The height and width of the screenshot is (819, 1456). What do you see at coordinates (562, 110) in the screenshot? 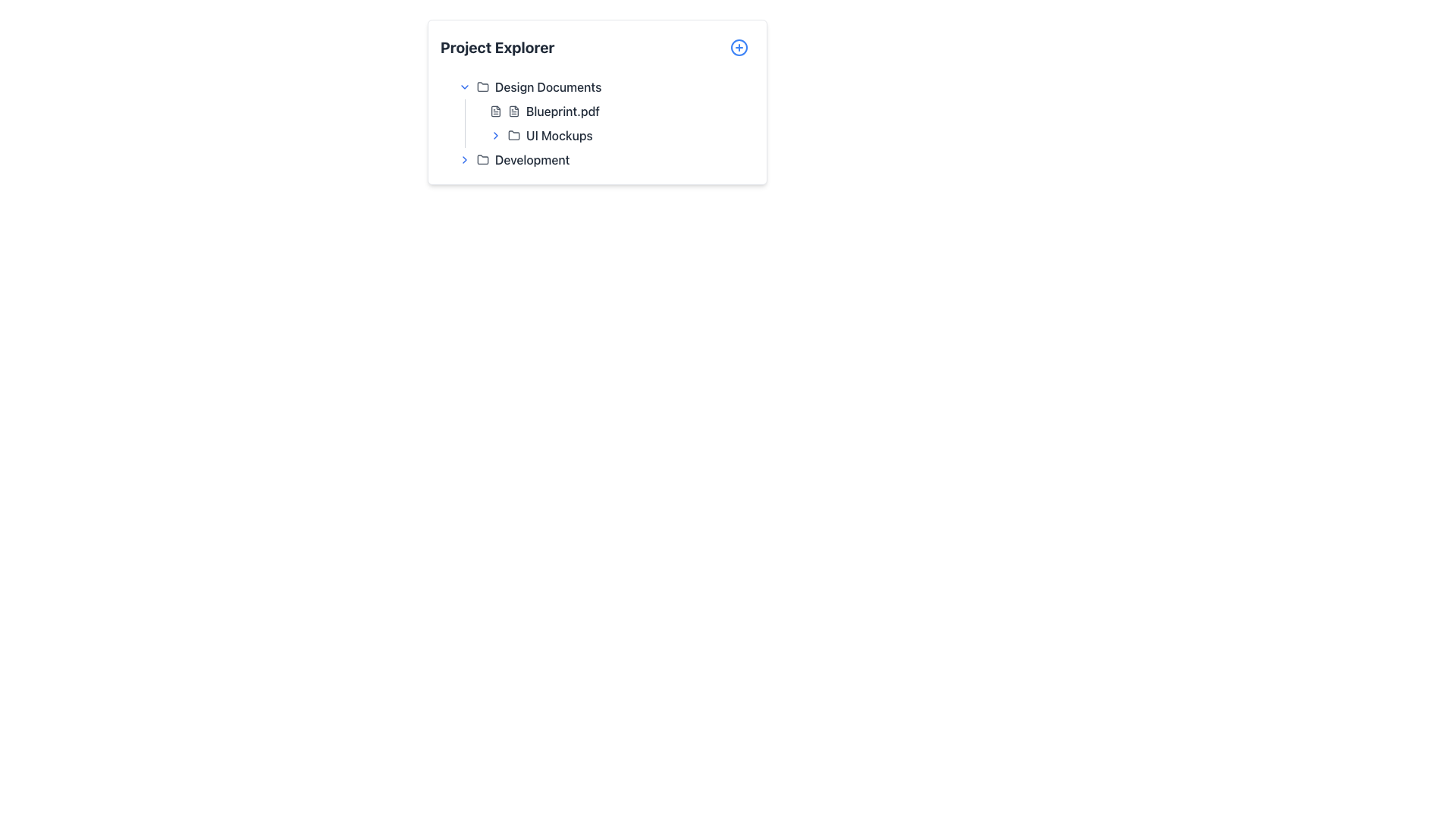
I see `the label for the file 'Blueprint.pdf' located in the 'Design Documents' folder of the 'Project Explorer' module` at bounding box center [562, 110].